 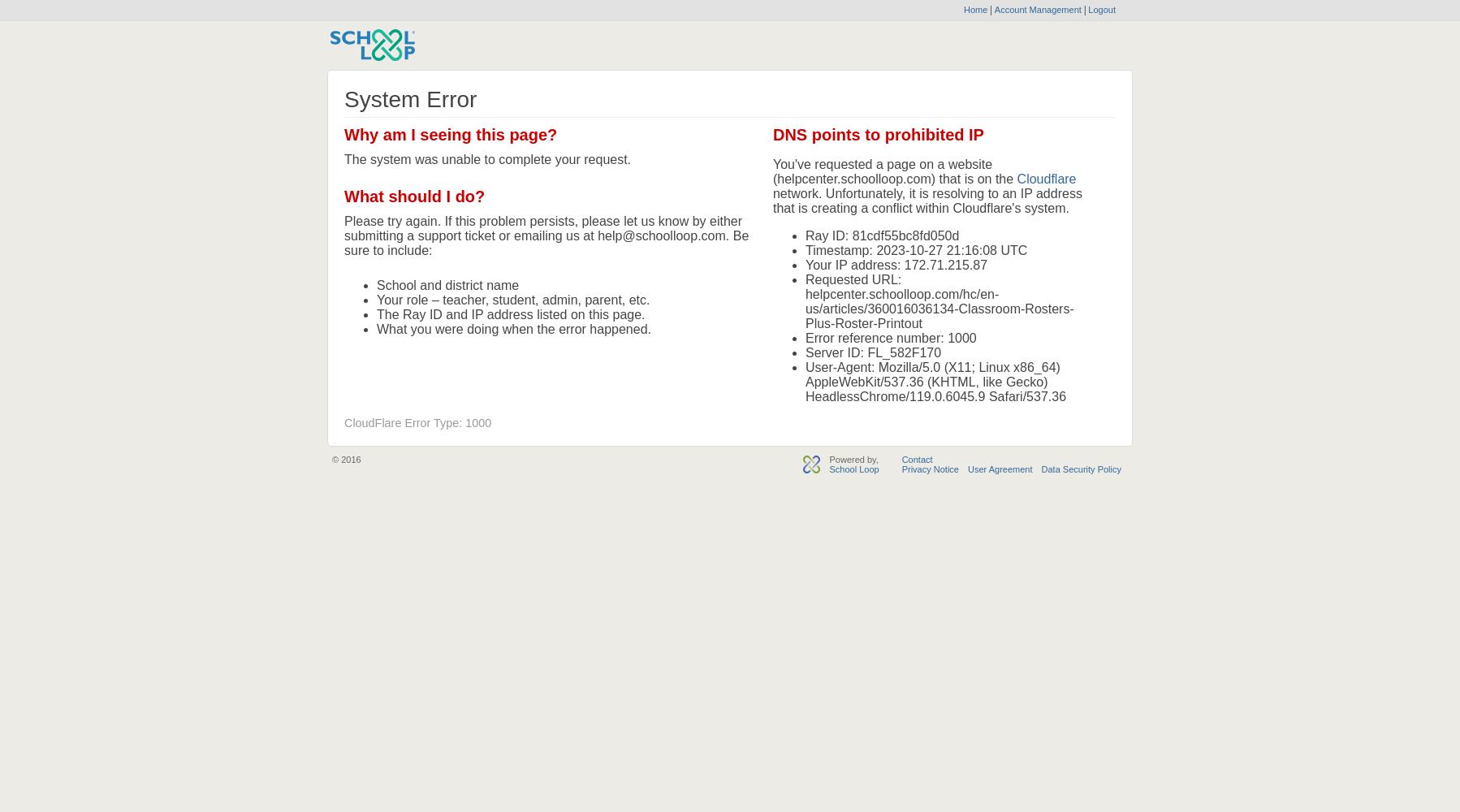 I want to click on 'School and district name', so click(x=447, y=284).